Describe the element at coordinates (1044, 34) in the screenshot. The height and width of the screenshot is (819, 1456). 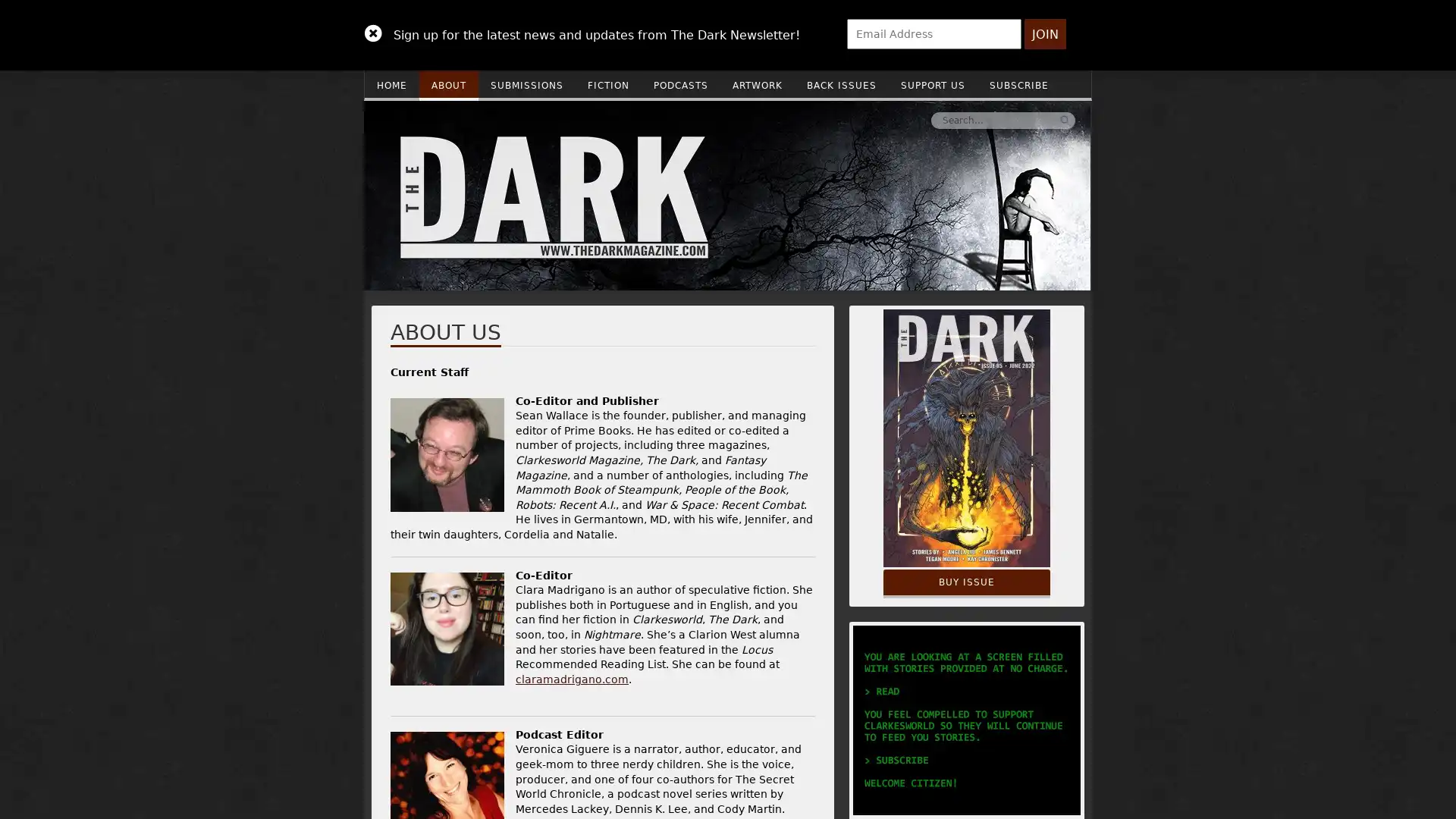
I see `Join` at that location.